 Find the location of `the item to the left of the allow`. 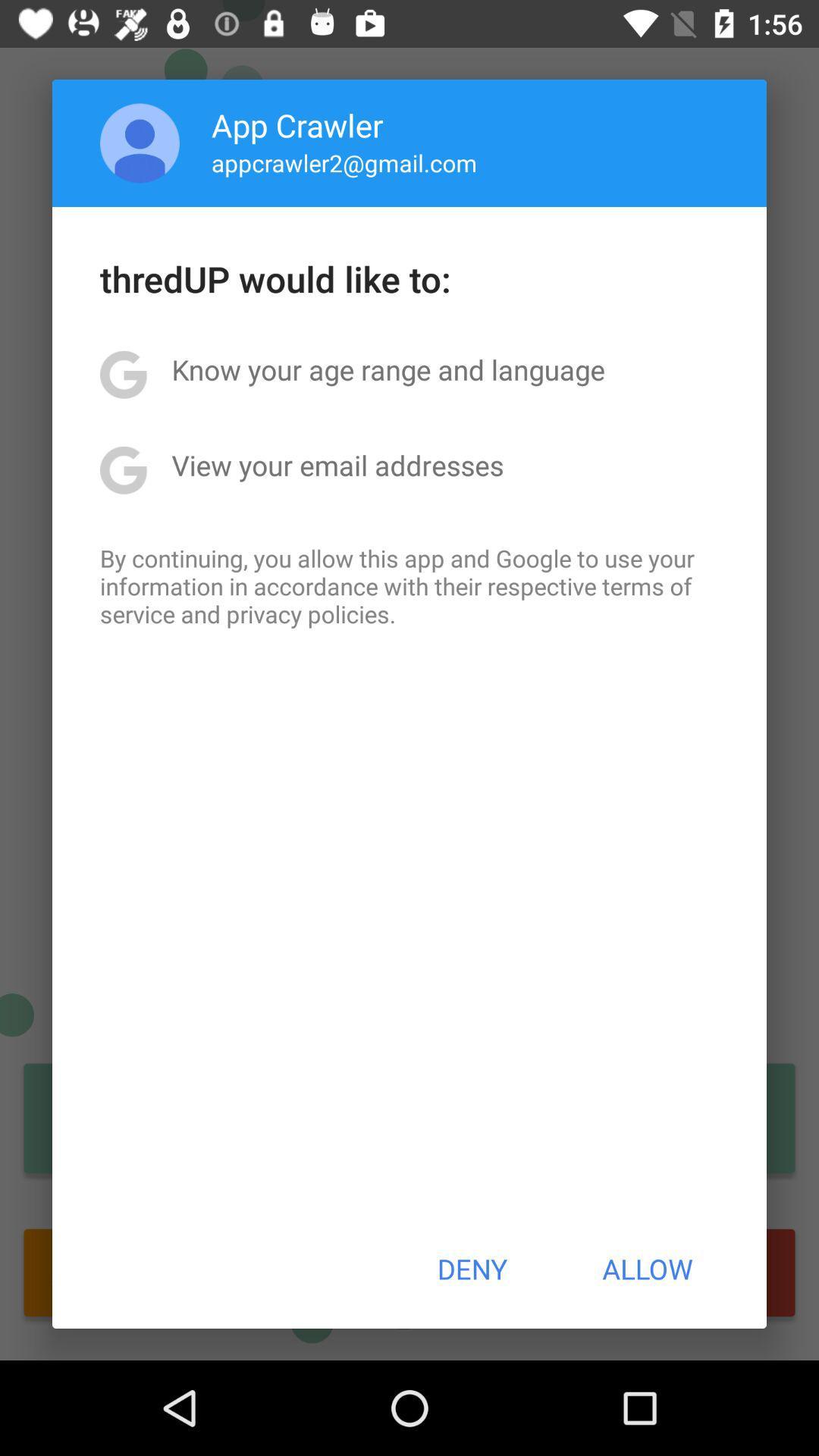

the item to the left of the allow is located at coordinates (471, 1269).